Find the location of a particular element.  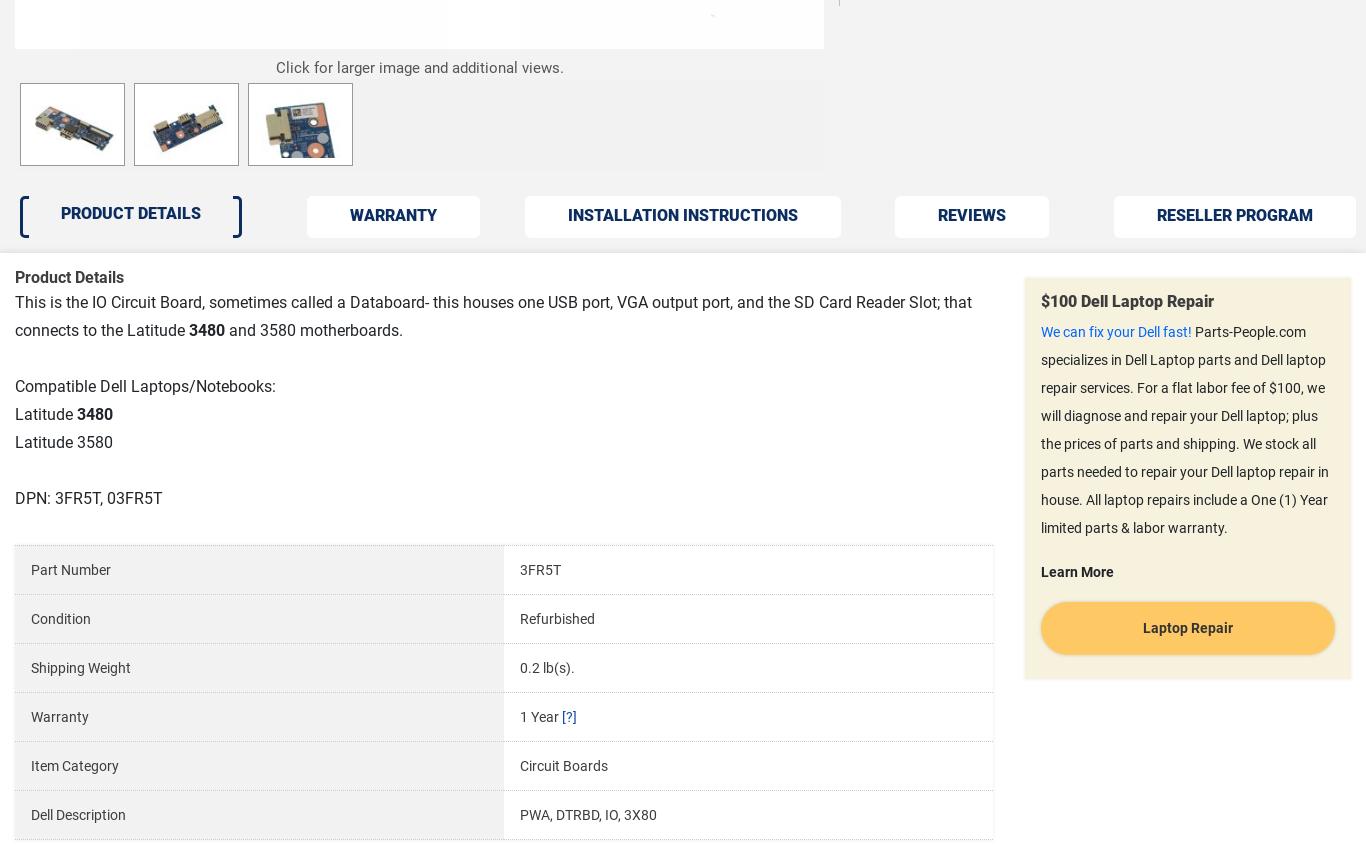

'Dell Parts' is located at coordinates (273, 536).